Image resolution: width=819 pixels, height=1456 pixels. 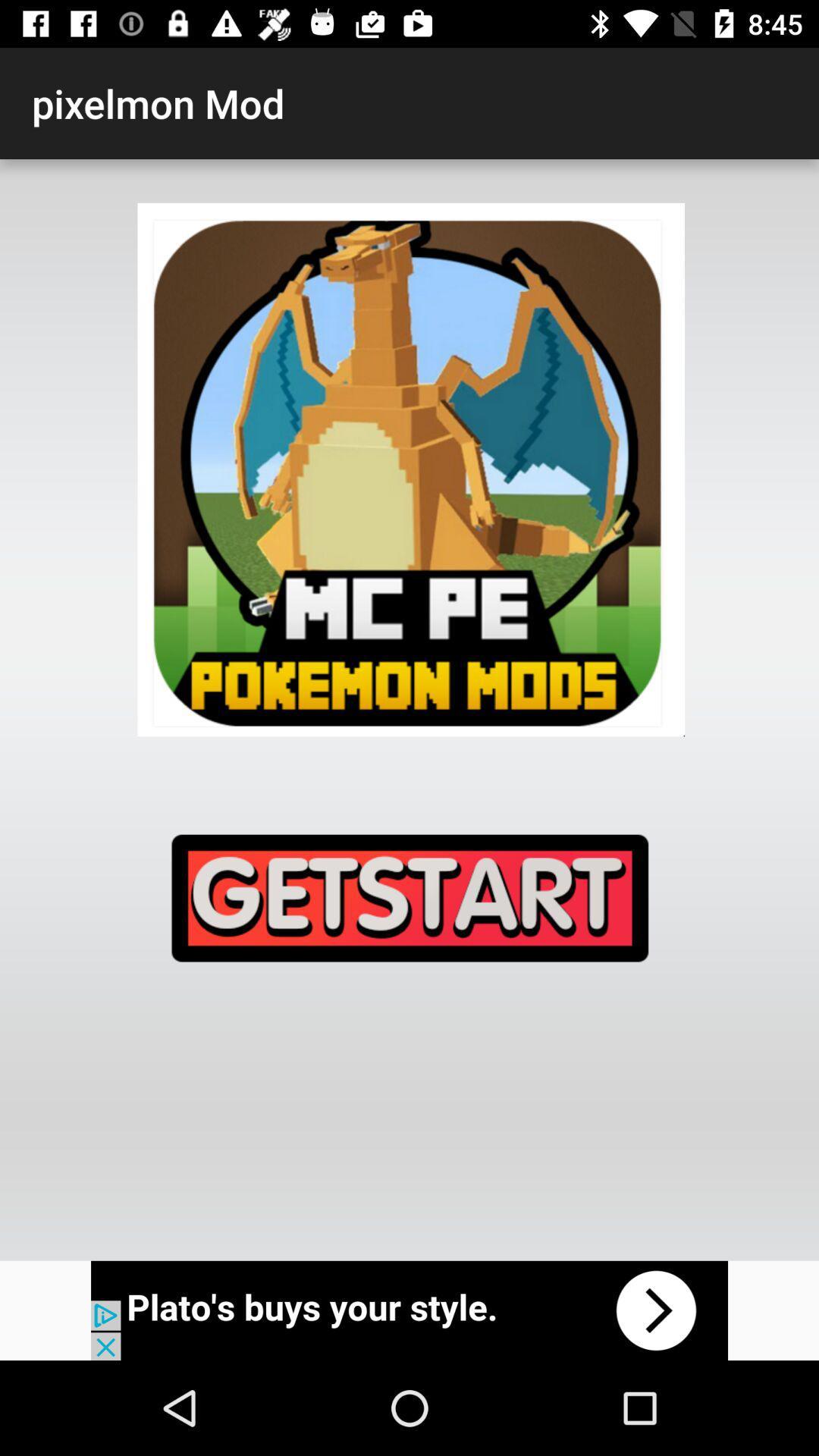 What do you see at coordinates (409, 1310) in the screenshot?
I see `a link to an advertisement` at bounding box center [409, 1310].